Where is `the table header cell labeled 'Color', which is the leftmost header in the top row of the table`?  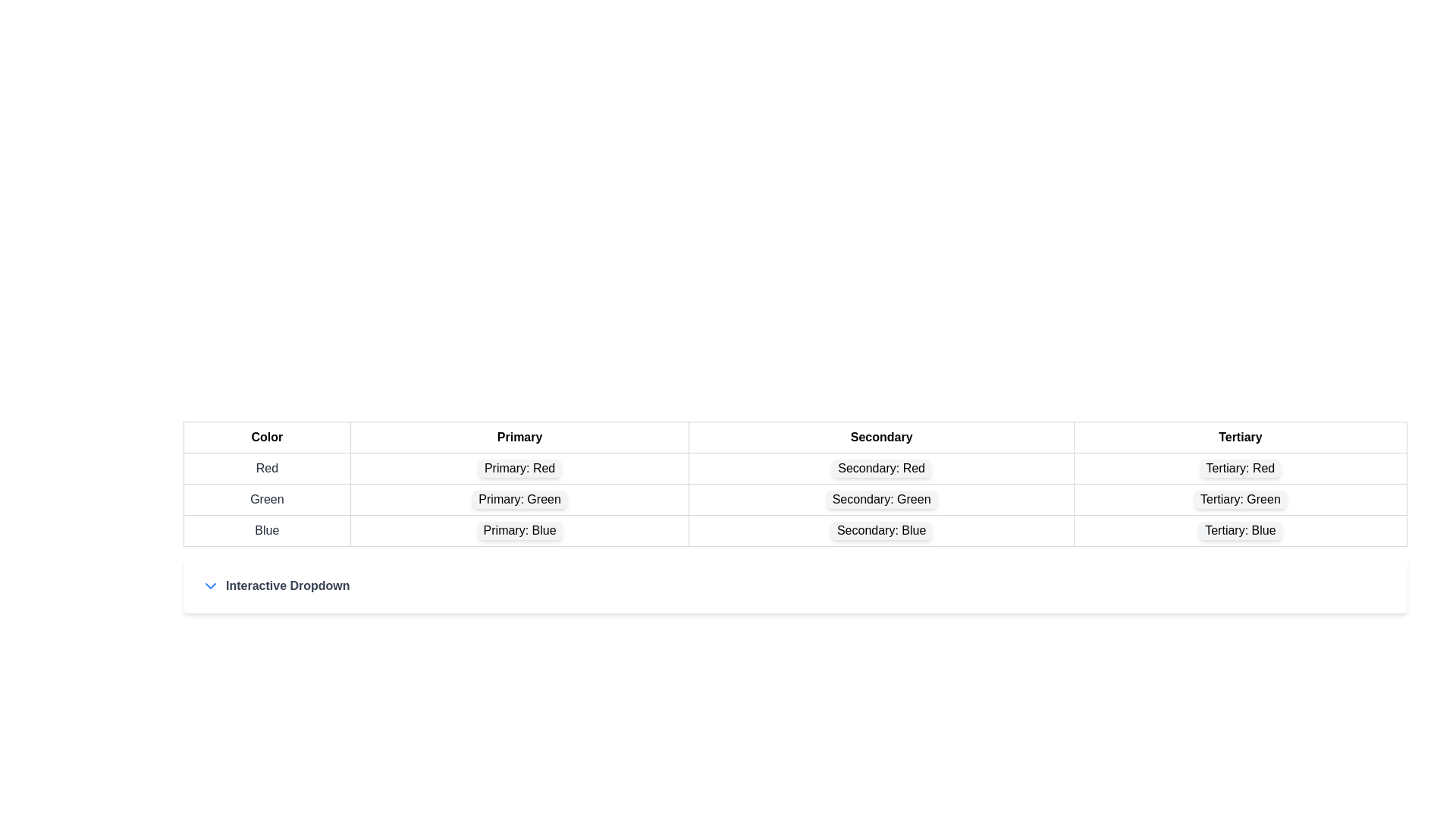
the table header cell labeled 'Color', which is the leftmost header in the top row of the table is located at coordinates (267, 438).